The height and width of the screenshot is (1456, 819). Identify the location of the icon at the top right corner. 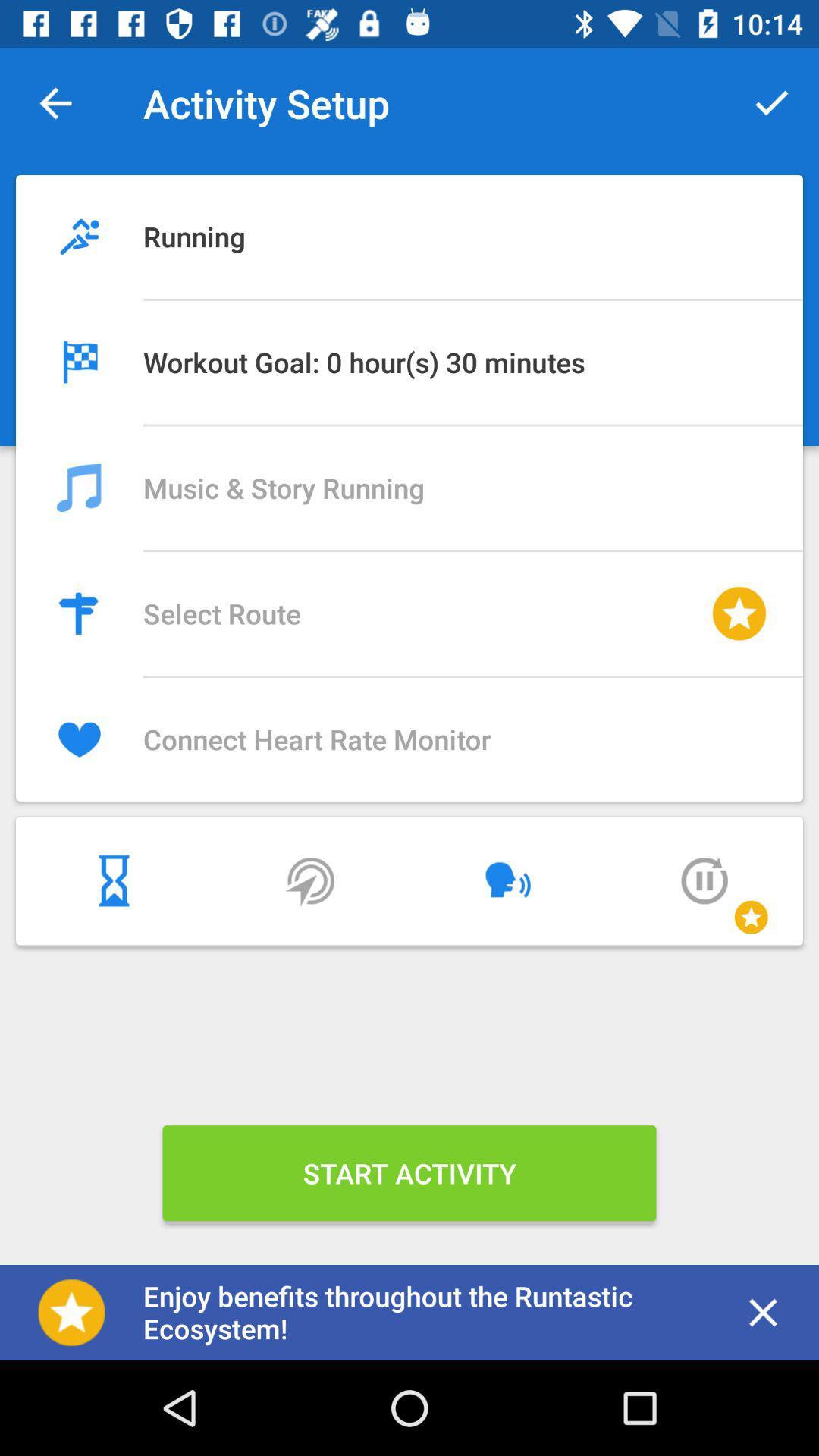
(771, 102).